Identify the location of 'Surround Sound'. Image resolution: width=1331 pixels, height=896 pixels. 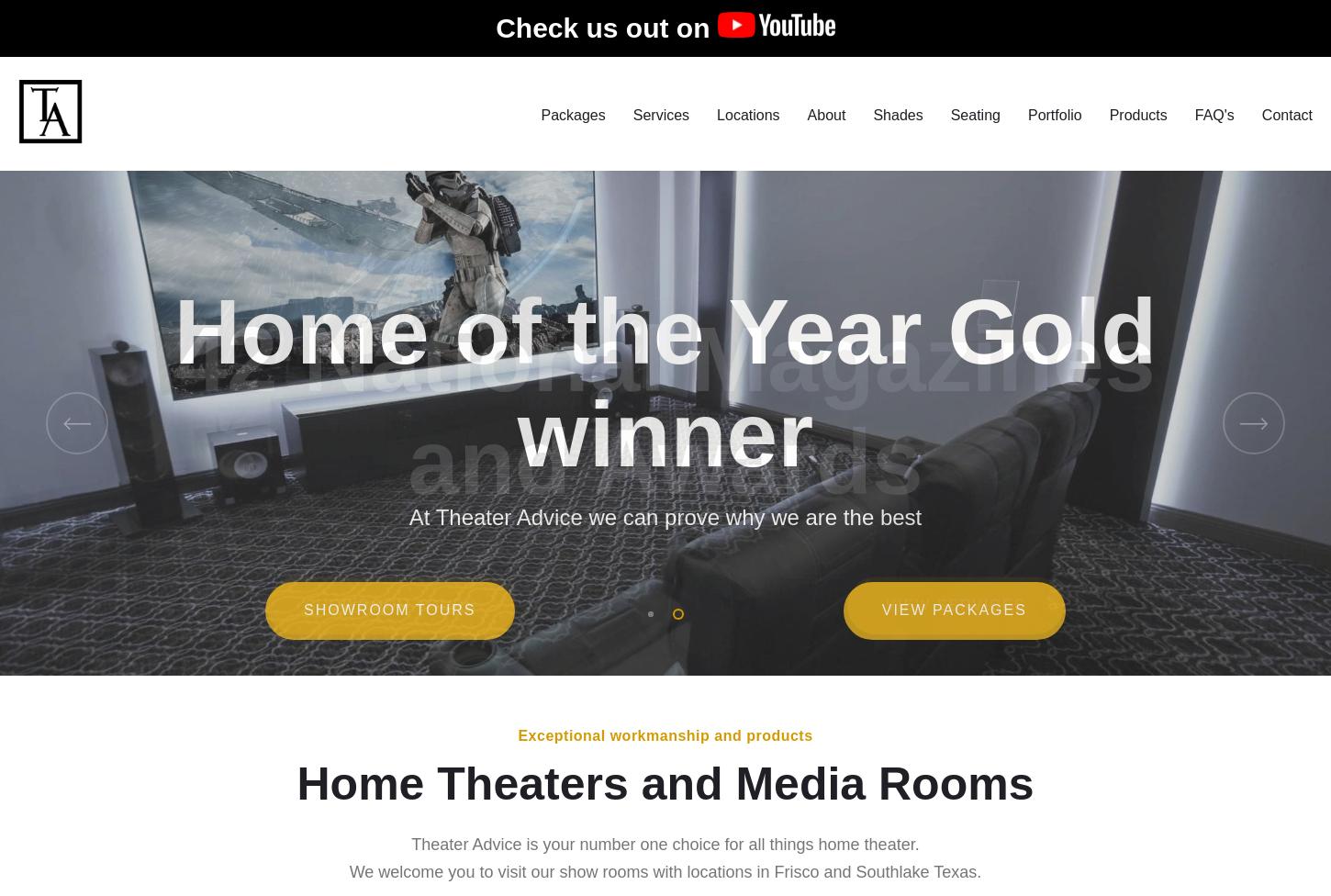
(706, 232).